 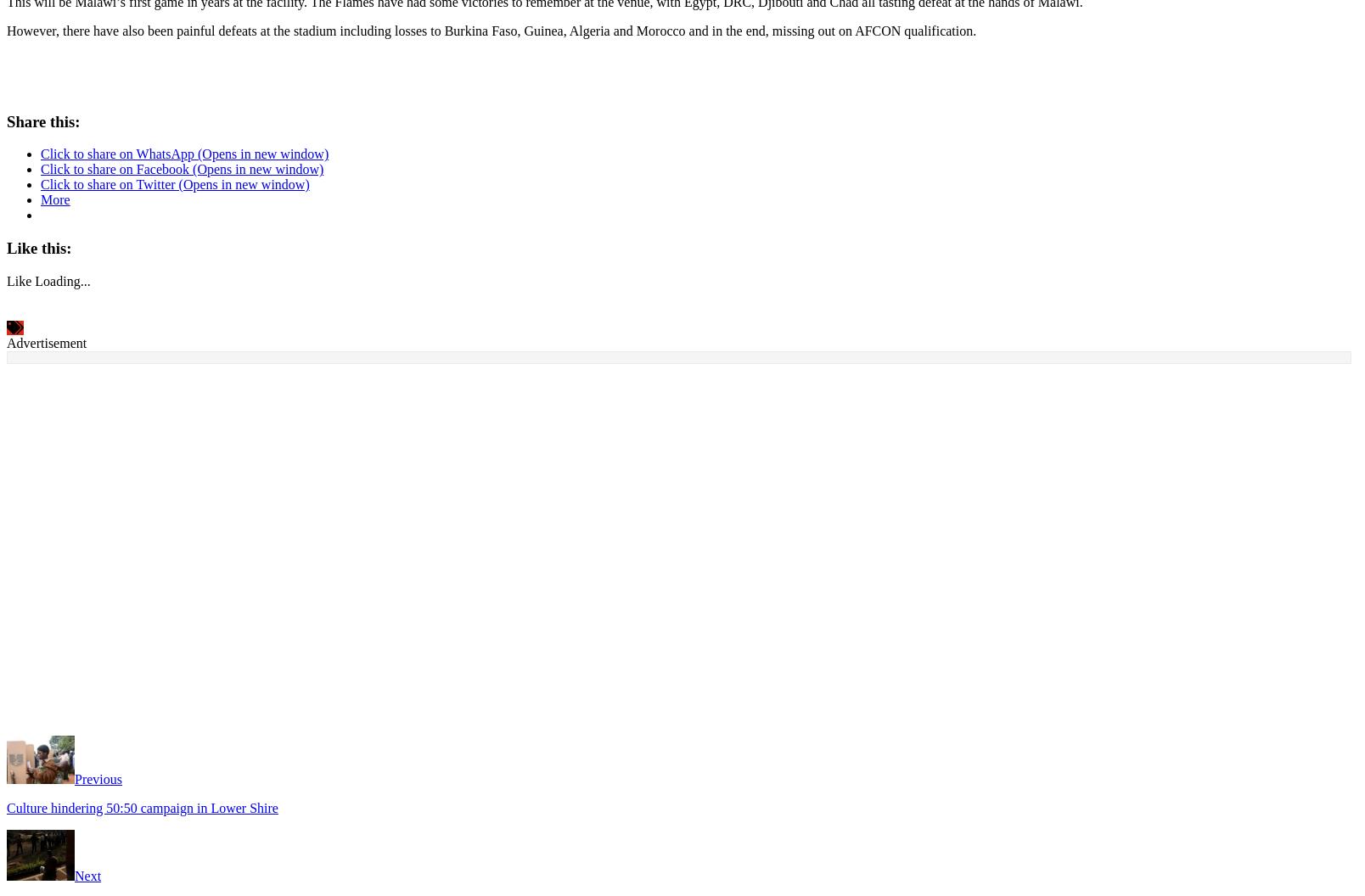 What do you see at coordinates (141, 804) in the screenshot?
I see `'Culture hindering 50:50 campaign in Lower Shire'` at bounding box center [141, 804].